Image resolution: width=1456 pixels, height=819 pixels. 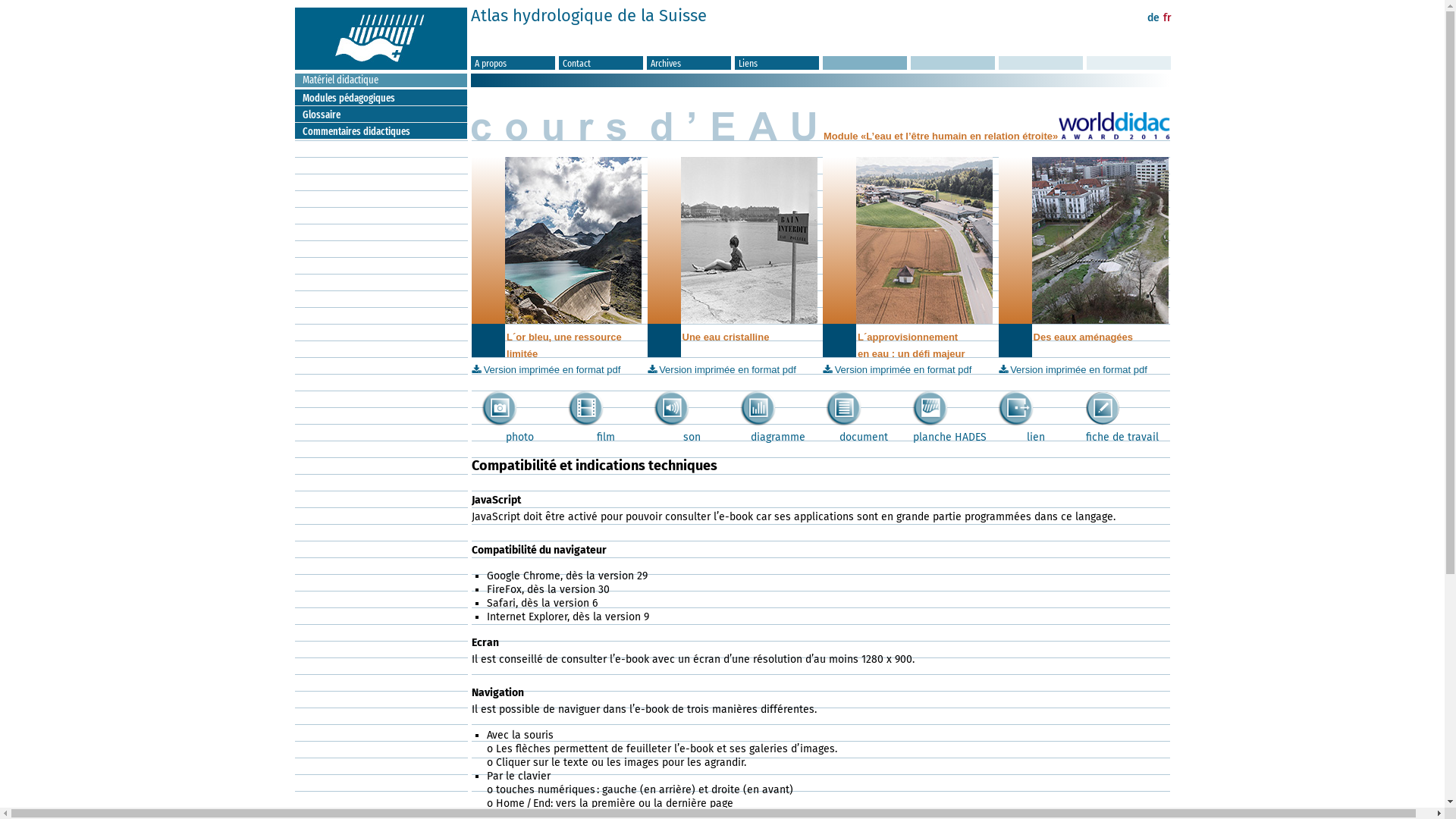 I want to click on 'A propos', so click(x=469, y=62).